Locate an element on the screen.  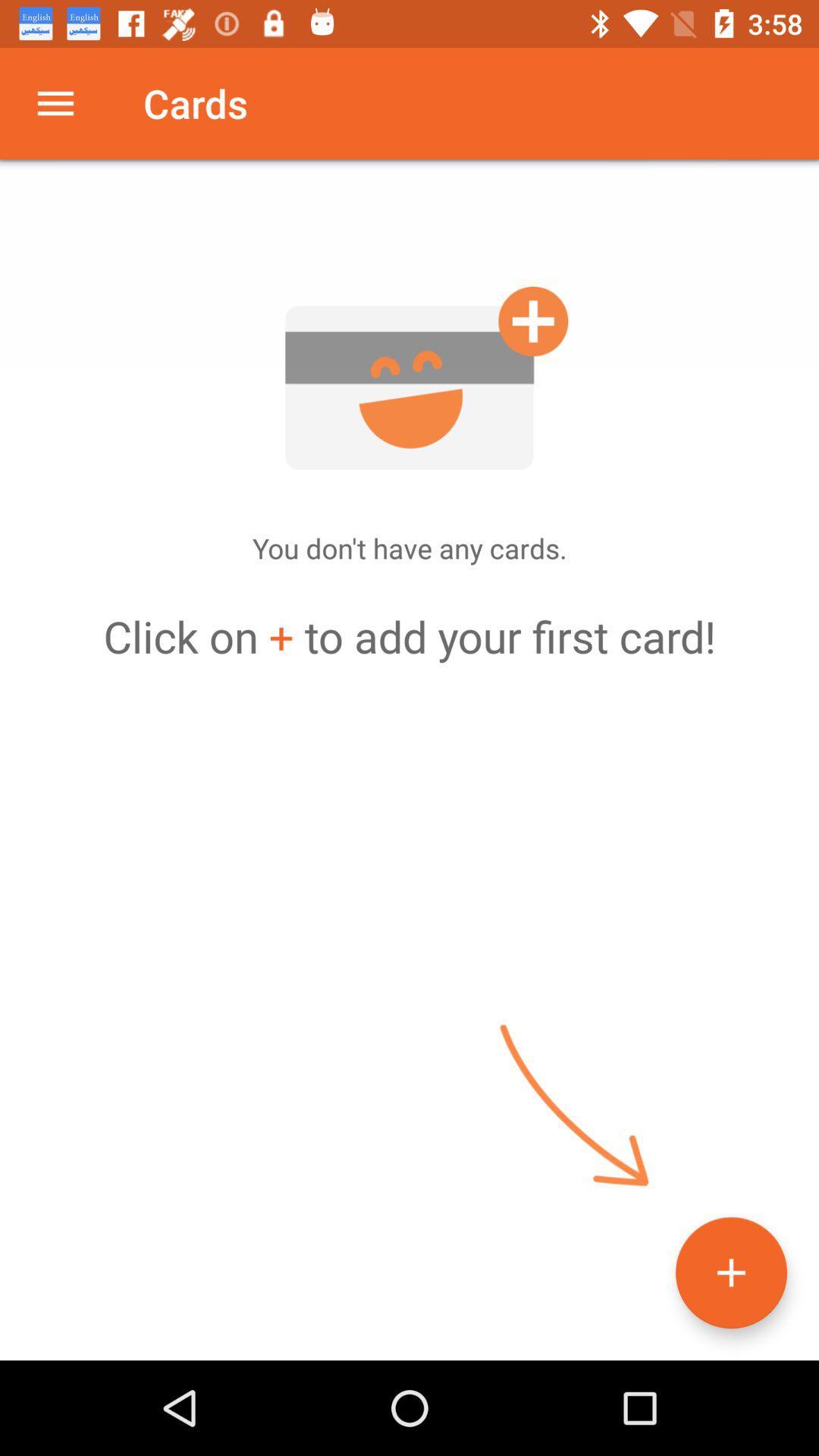
add card is located at coordinates (409, 378).